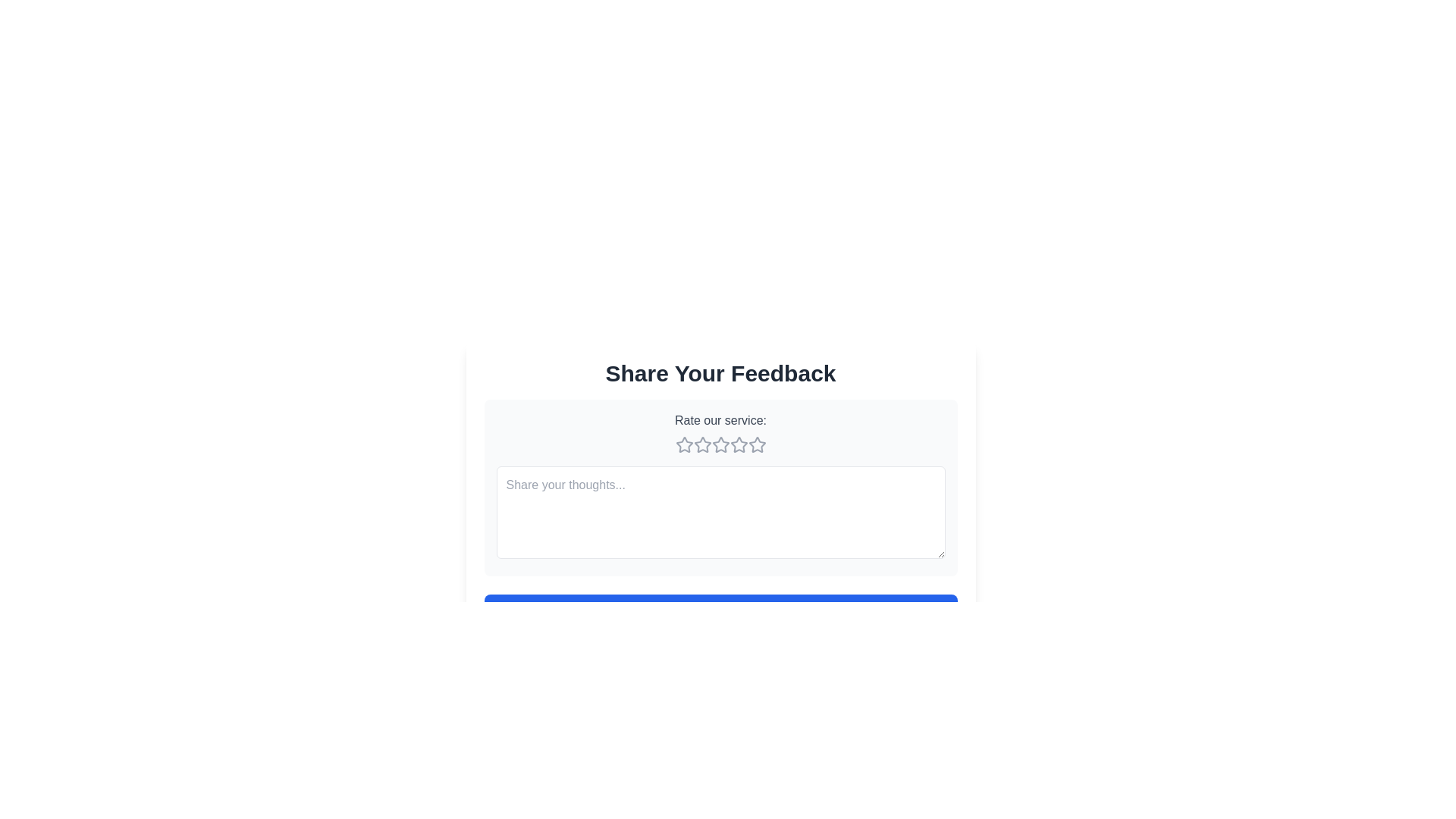 Image resolution: width=1456 pixels, height=819 pixels. I want to click on the first star-shaped rating icon in the 'Rate our service' section, which is styled with a hollow outline and is part of a horizontal row of five stars, so click(683, 444).